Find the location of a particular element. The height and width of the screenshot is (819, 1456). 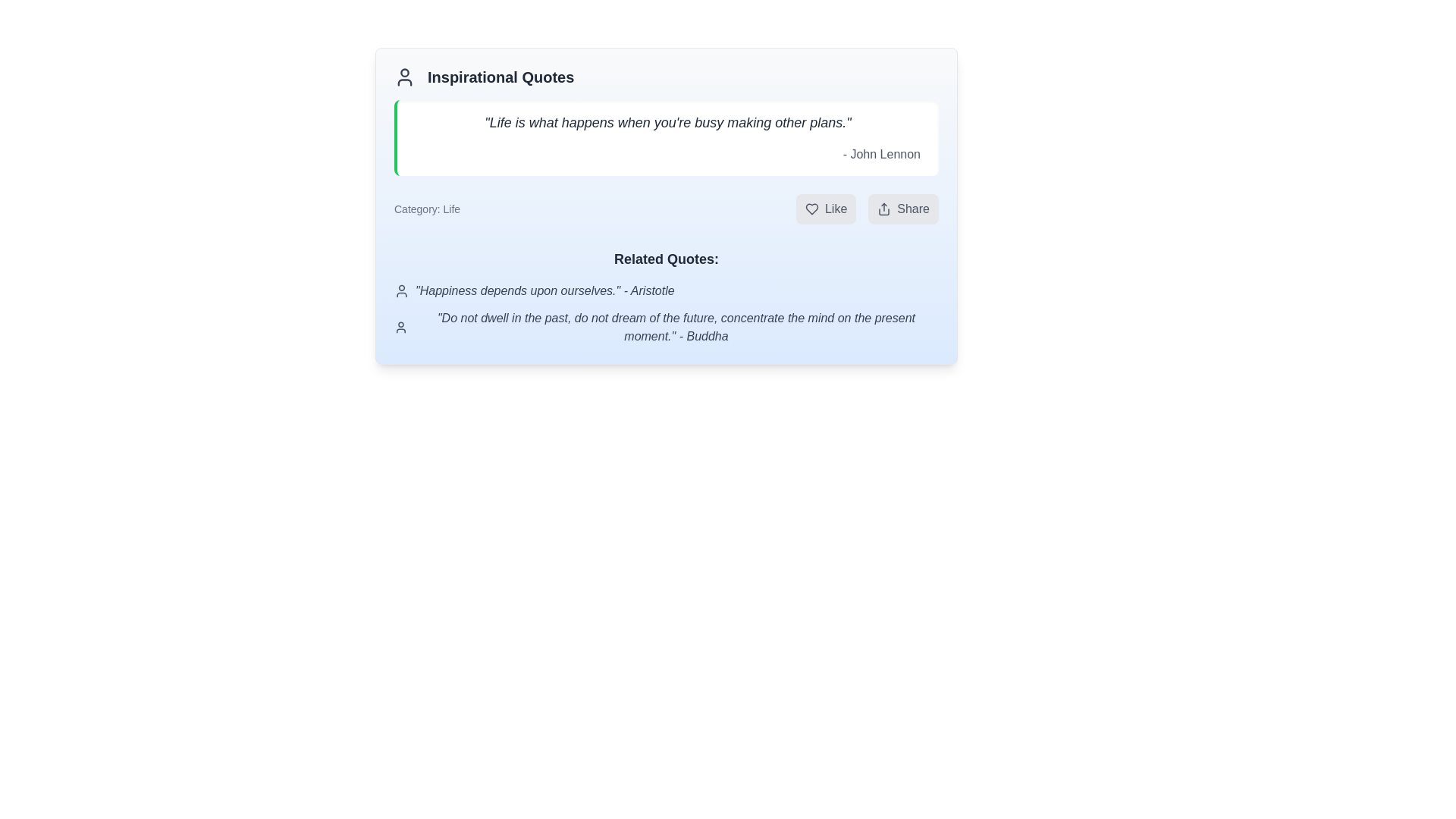

the text label header displaying 'Related Quotes:' which is styled in bold and dark font, positioned at the top of the related quotes section is located at coordinates (666, 259).